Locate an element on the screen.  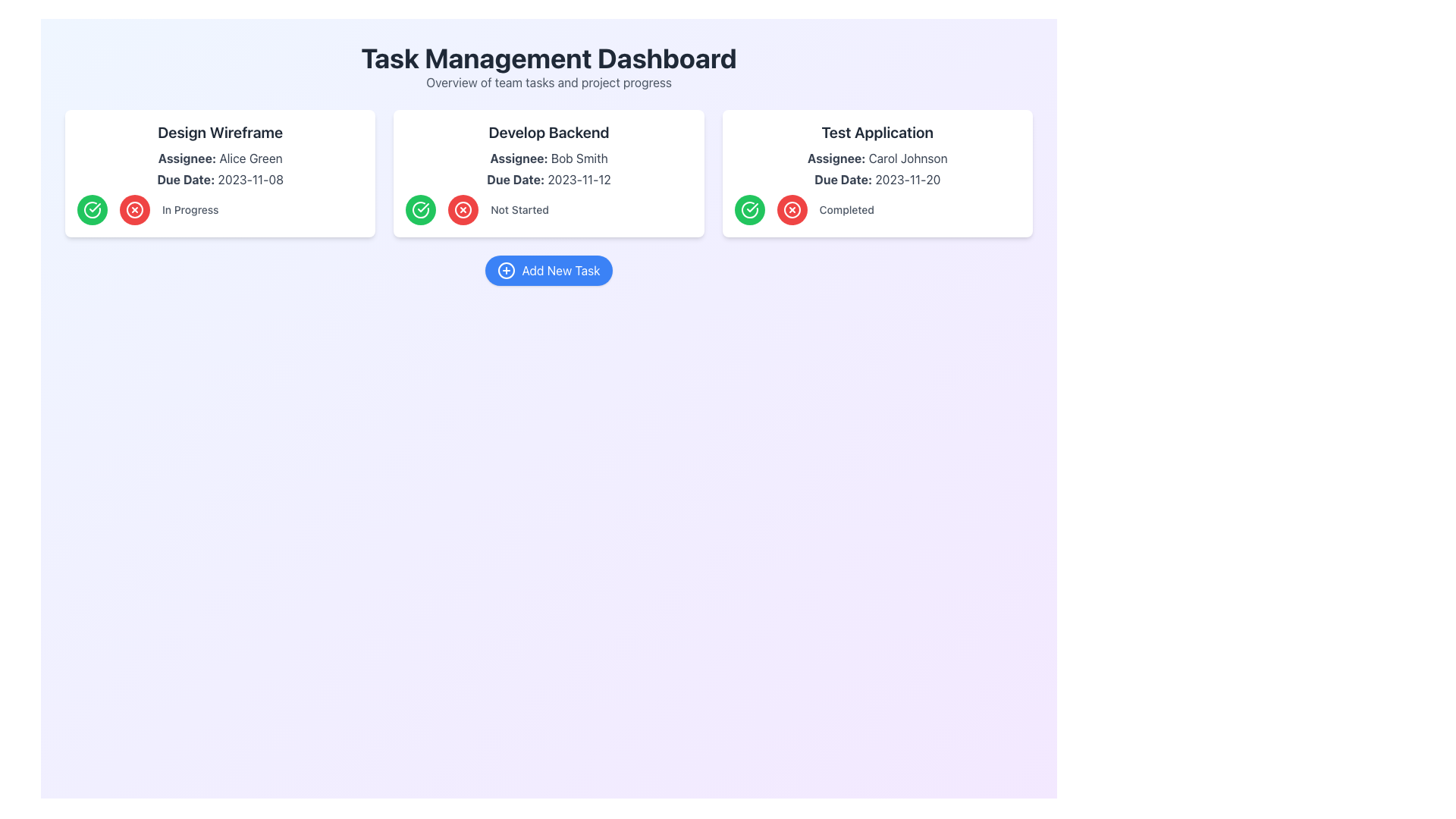
the circular icon within the 'Add New Task' button located at the center-bottom area of the interface is located at coordinates (507, 270).